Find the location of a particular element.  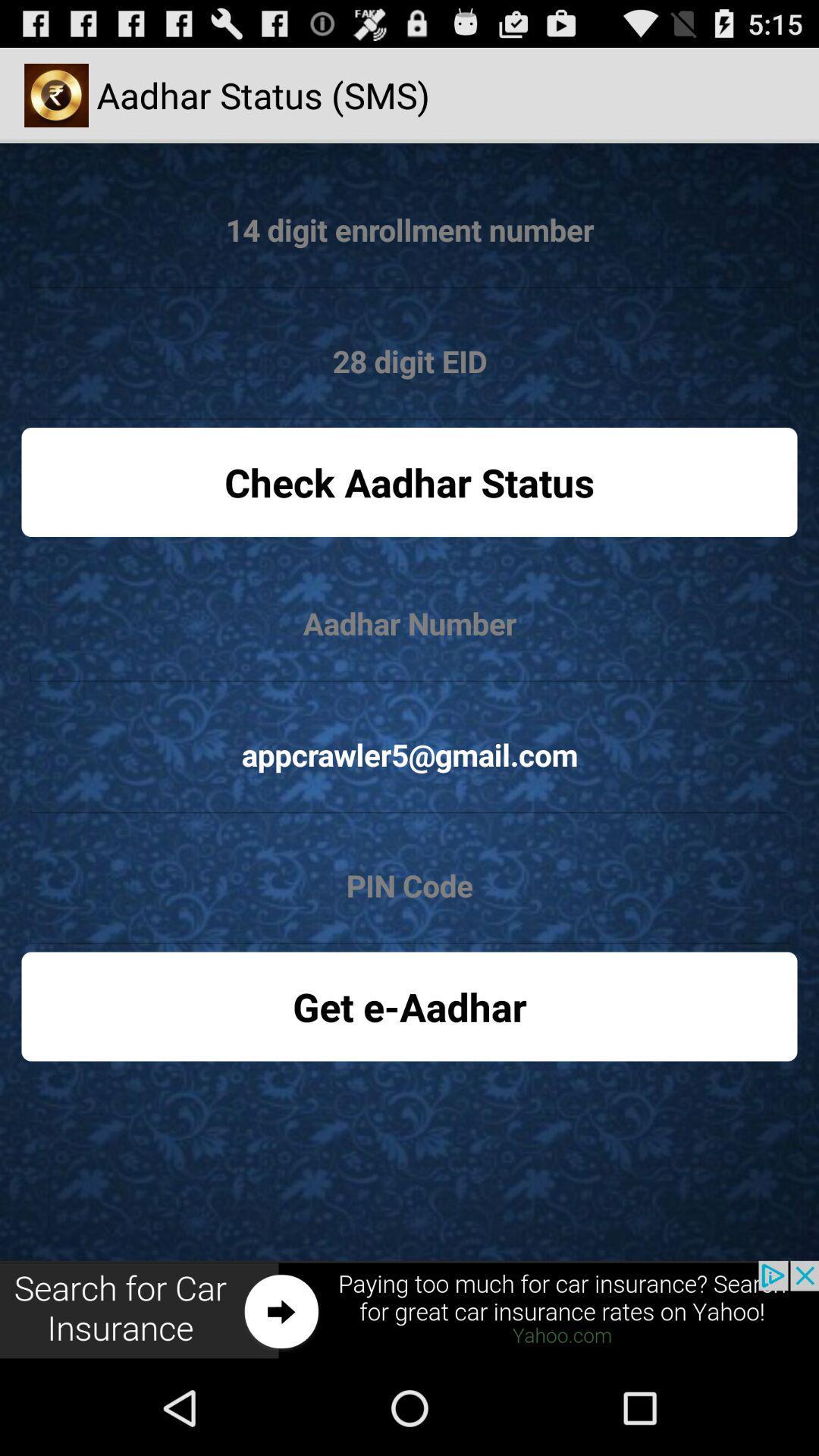

28 digit code is located at coordinates (409, 361).